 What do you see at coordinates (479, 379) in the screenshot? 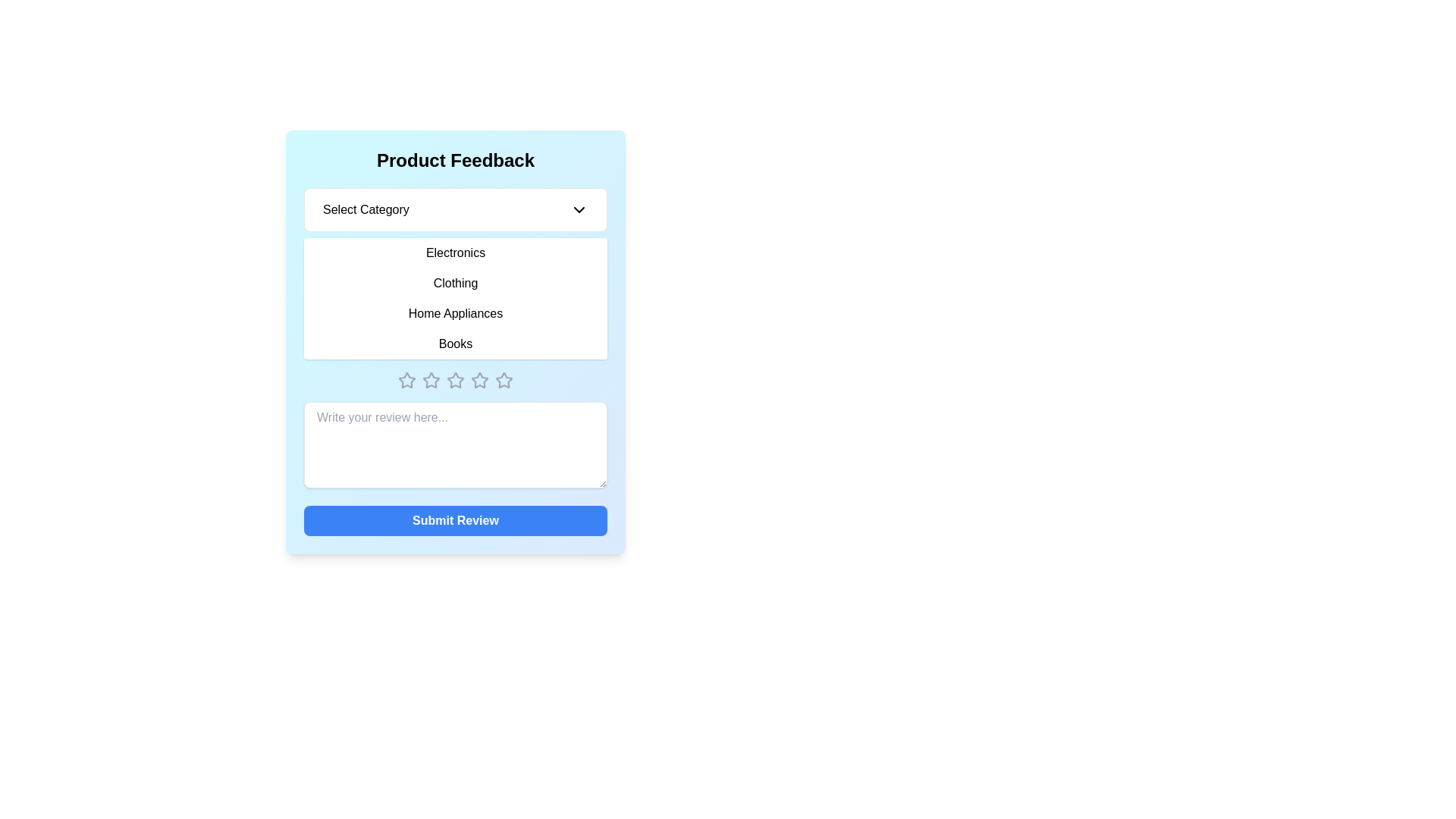
I see `the fourth star icon from the left in a row of five rating stars` at bounding box center [479, 379].